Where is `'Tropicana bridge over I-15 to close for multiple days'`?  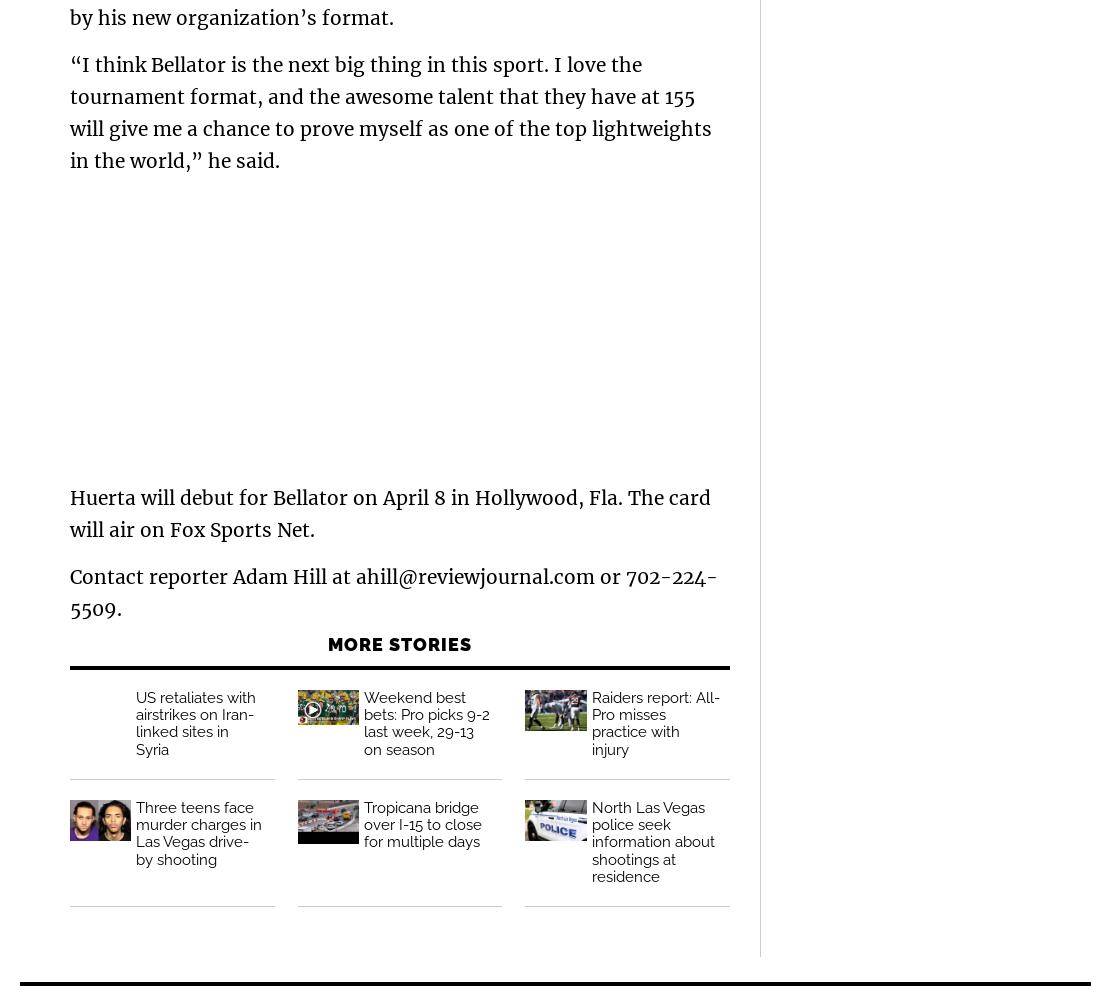
'Tropicana bridge over I-15 to close for multiple days' is located at coordinates (362, 823).